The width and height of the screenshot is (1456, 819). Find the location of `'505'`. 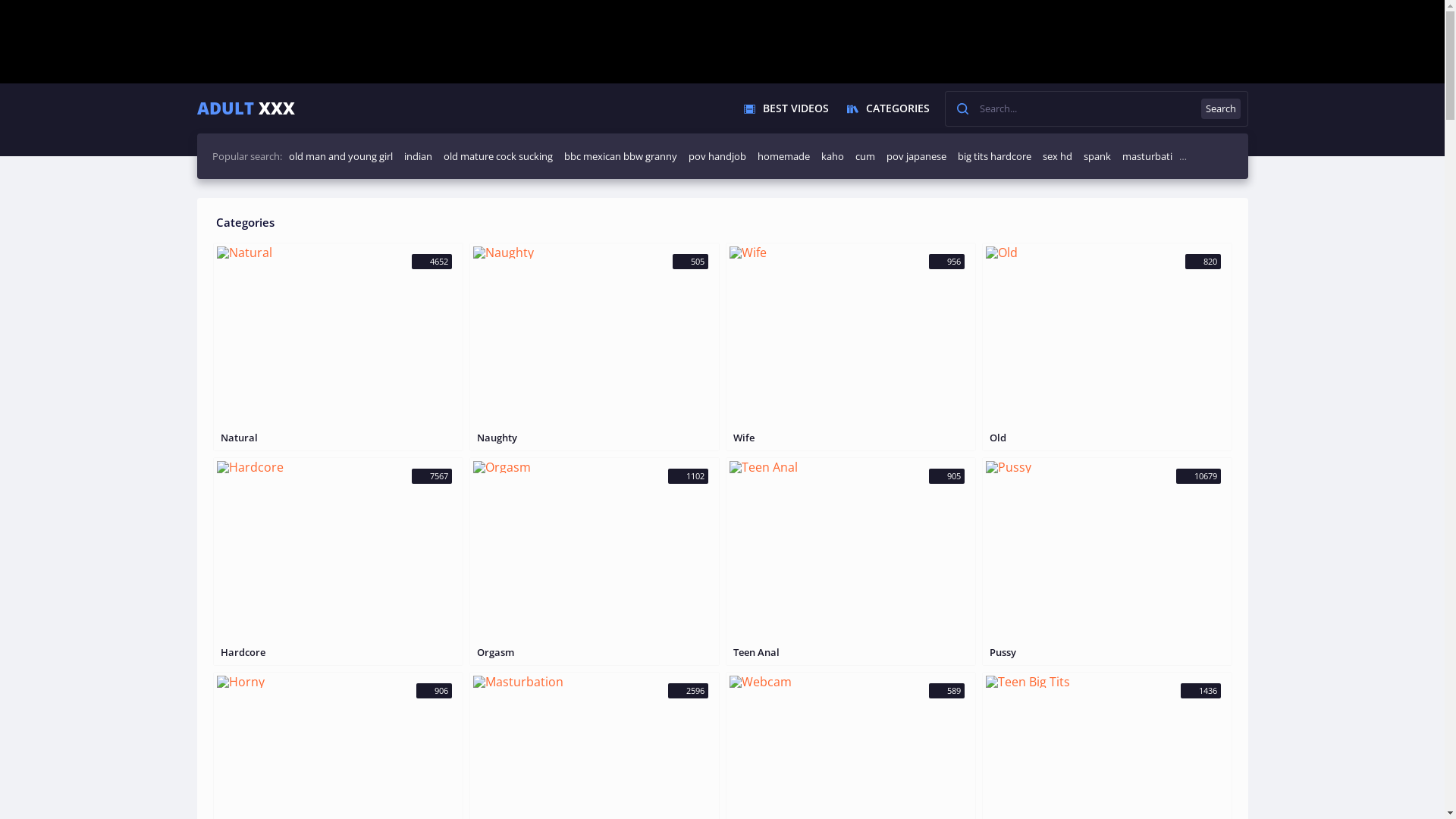

'505' is located at coordinates (593, 336).